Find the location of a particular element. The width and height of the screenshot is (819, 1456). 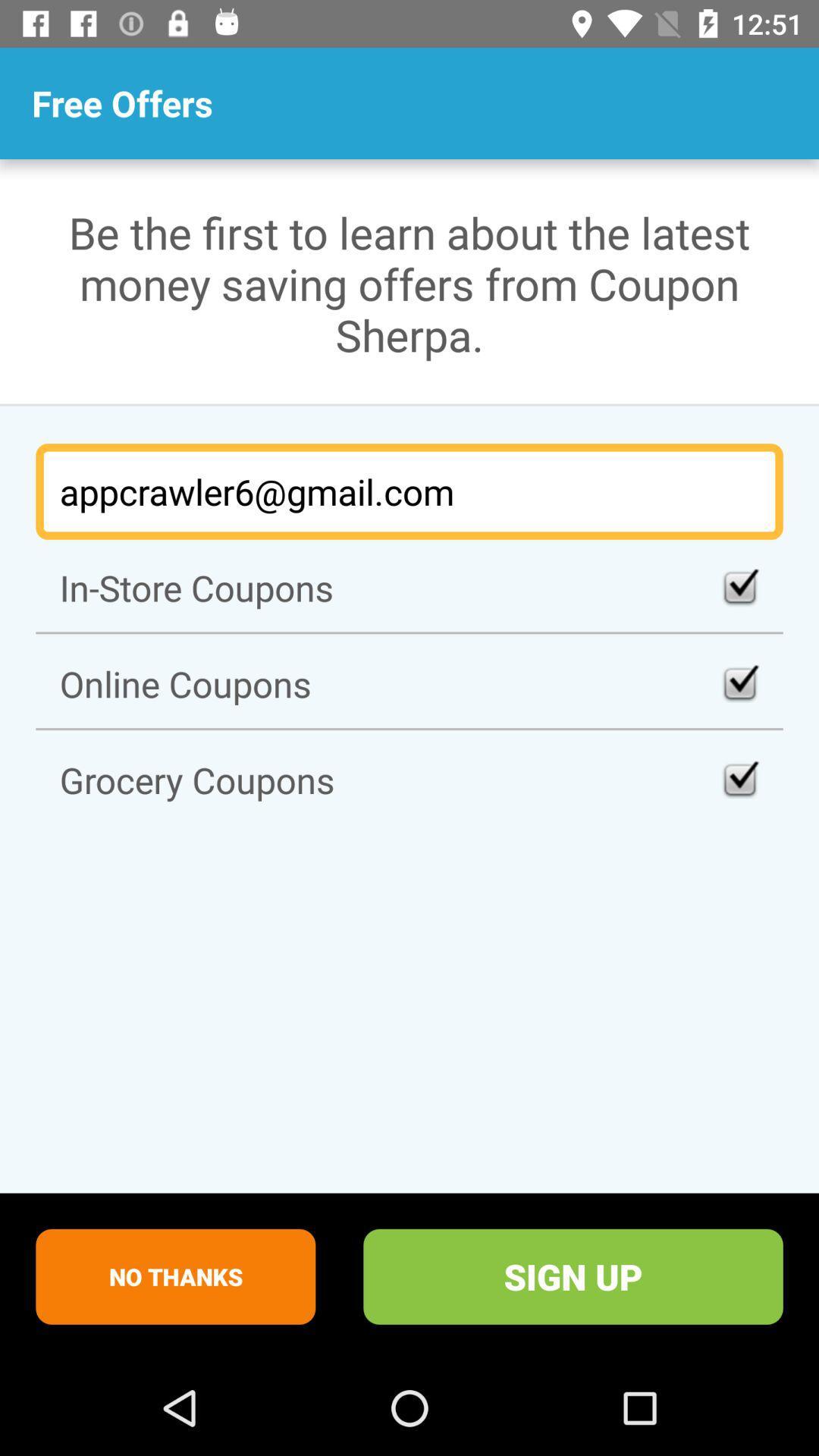

sign up item is located at coordinates (573, 1276).